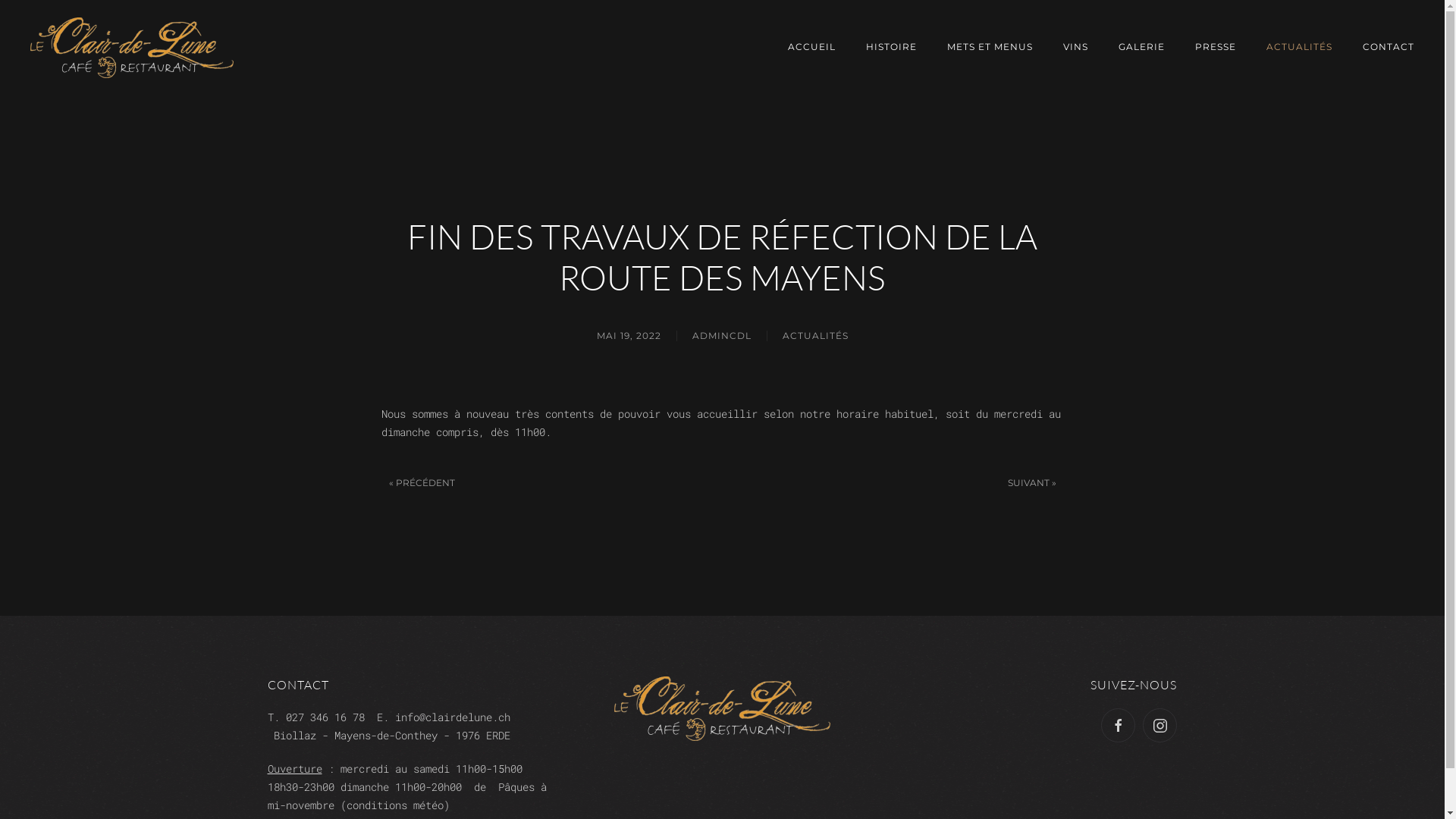  Describe the element at coordinates (1141, 46) in the screenshot. I see `'GALERIE'` at that location.